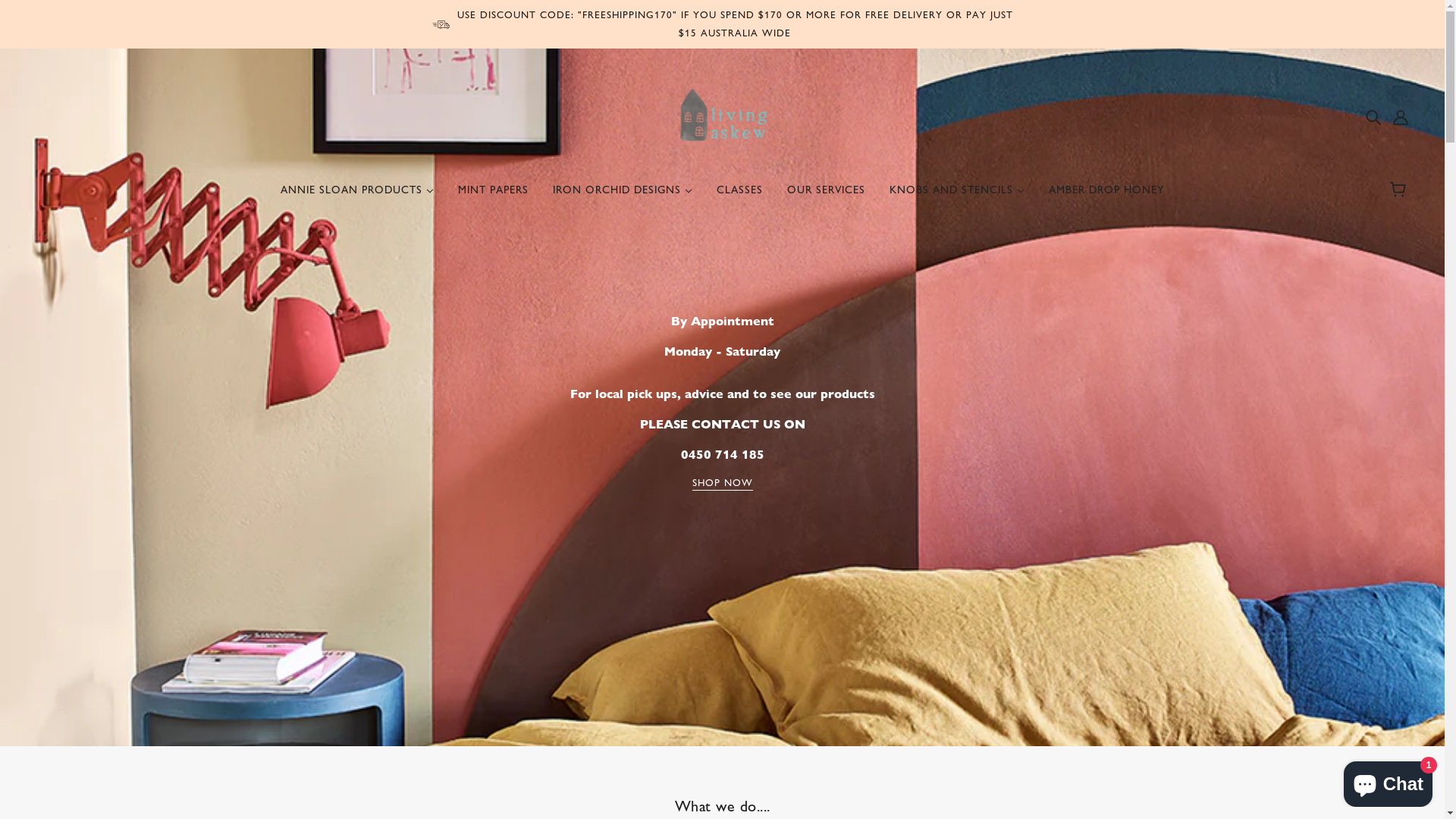 The width and height of the screenshot is (1456, 819). I want to click on 'ANNIE SLOAN PRODUCTS', so click(356, 195).